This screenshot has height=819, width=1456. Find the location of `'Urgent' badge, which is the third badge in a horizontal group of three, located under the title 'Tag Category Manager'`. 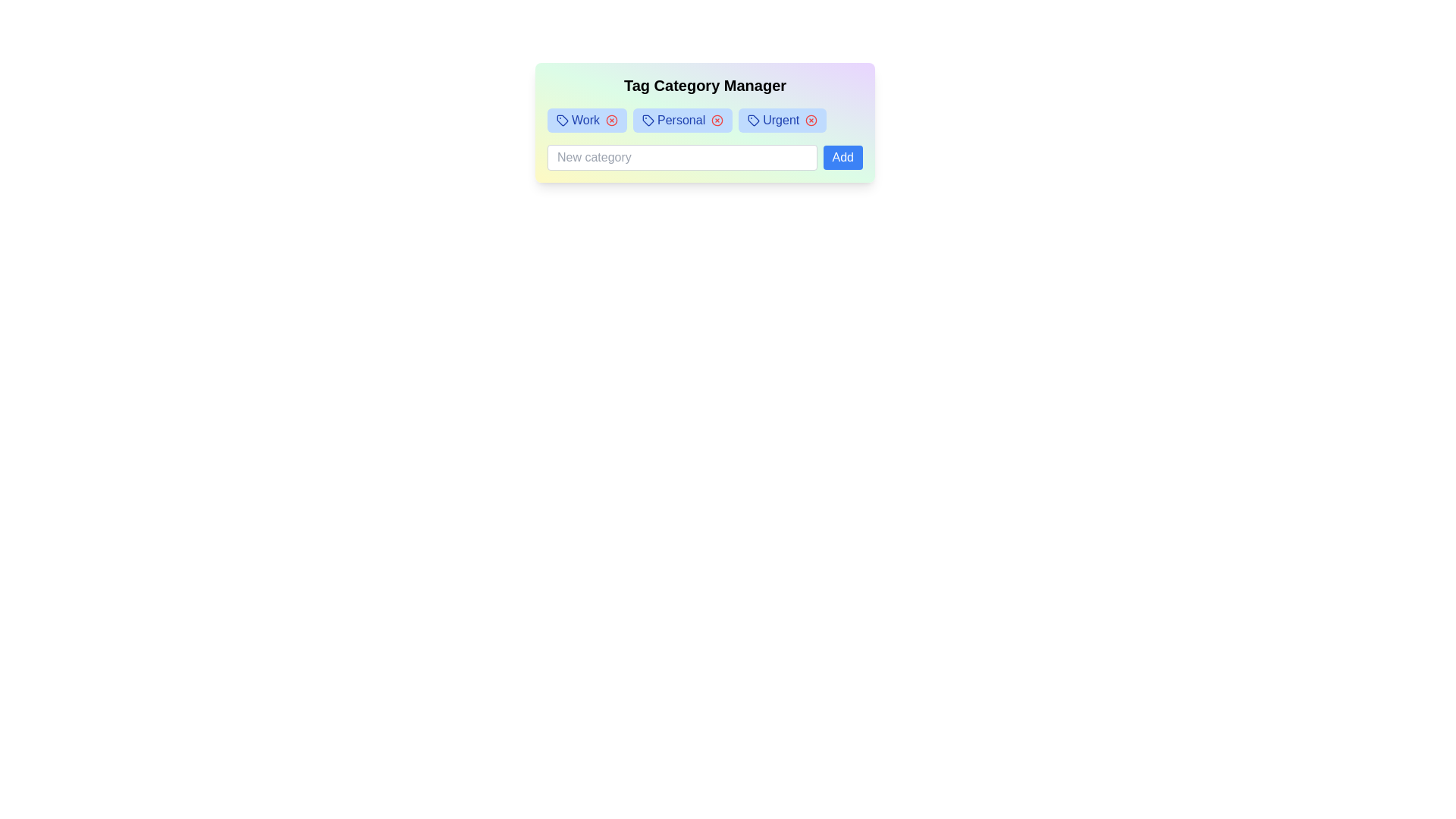

'Urgent' badge, which is the third badge in a horizontal group of three, located under the title 'Tag Category Manager' is located at coordinates (783, 119).